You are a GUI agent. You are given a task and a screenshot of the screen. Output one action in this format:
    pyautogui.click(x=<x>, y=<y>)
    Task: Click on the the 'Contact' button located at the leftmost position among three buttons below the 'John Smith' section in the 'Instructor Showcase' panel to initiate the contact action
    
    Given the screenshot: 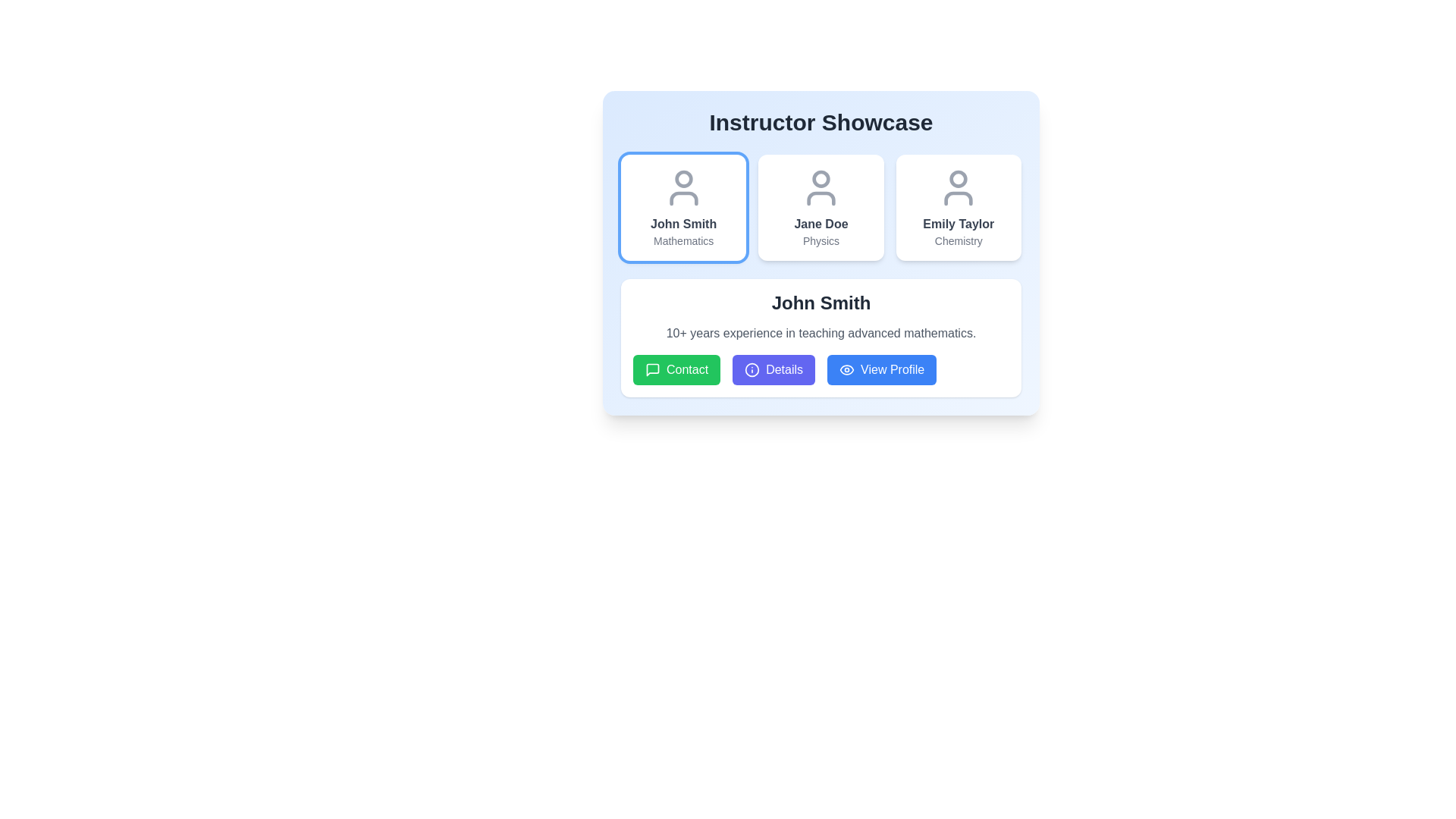 What is the action you would take?
    pyautogui.click(x=676, y=370)
    